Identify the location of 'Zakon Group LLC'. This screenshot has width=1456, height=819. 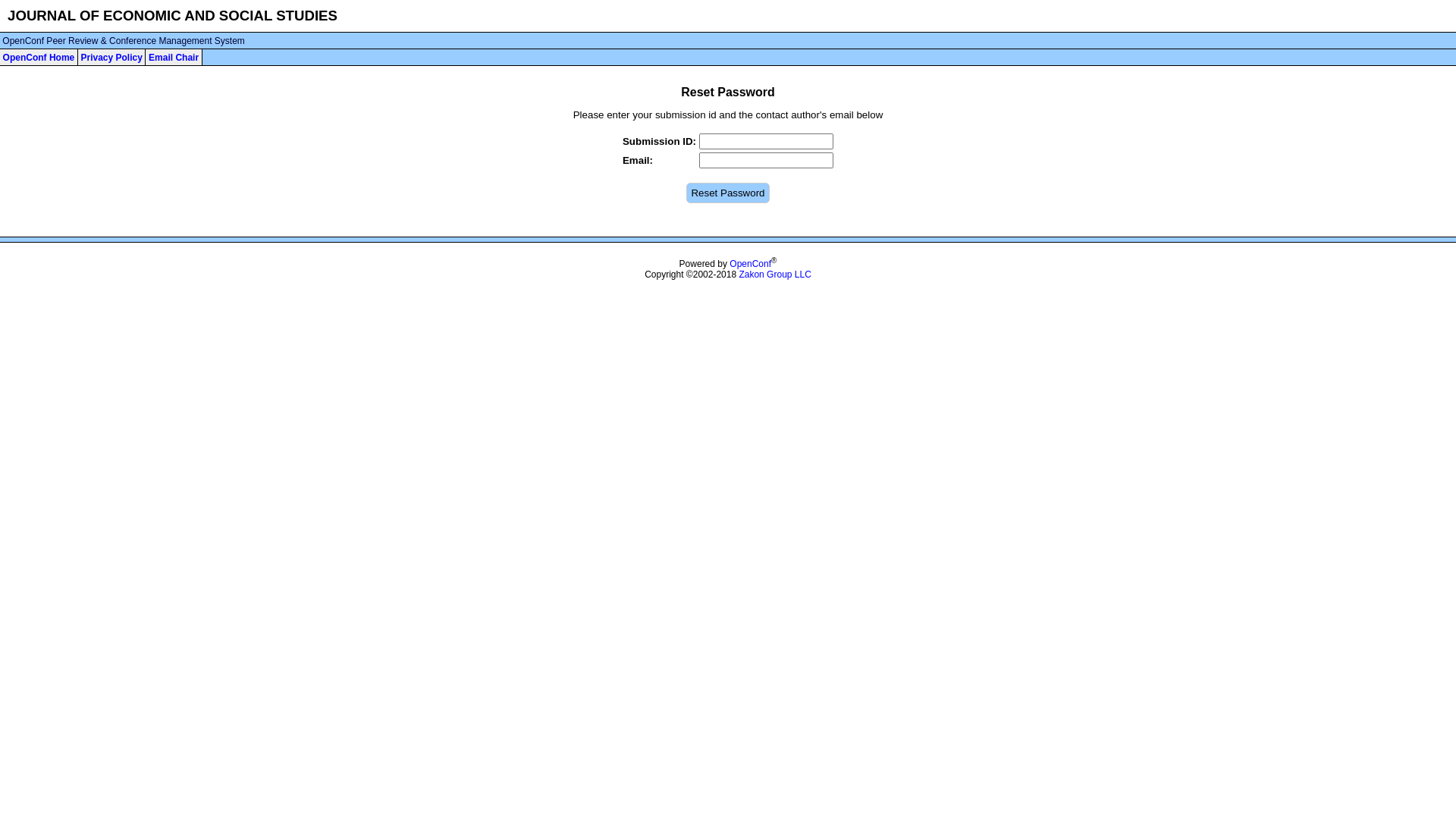
(774, 275).